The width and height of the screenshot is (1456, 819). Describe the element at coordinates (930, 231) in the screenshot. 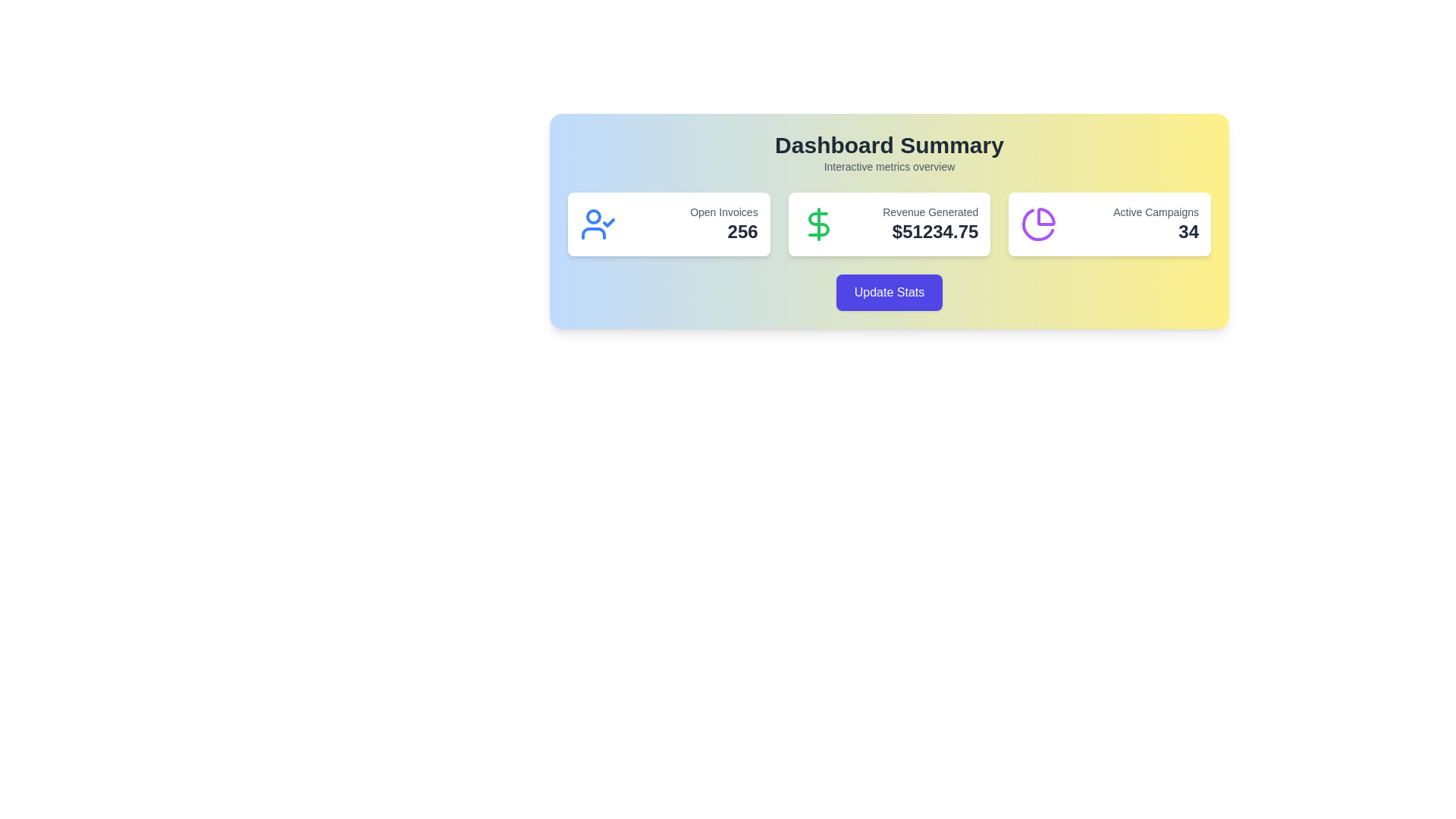

I see `the Text Label displaying the amount $51234.75, which is styled in bold, large dark gray font and located below 'Revenue Generated' and to the right of a green dollar sign` at that location.